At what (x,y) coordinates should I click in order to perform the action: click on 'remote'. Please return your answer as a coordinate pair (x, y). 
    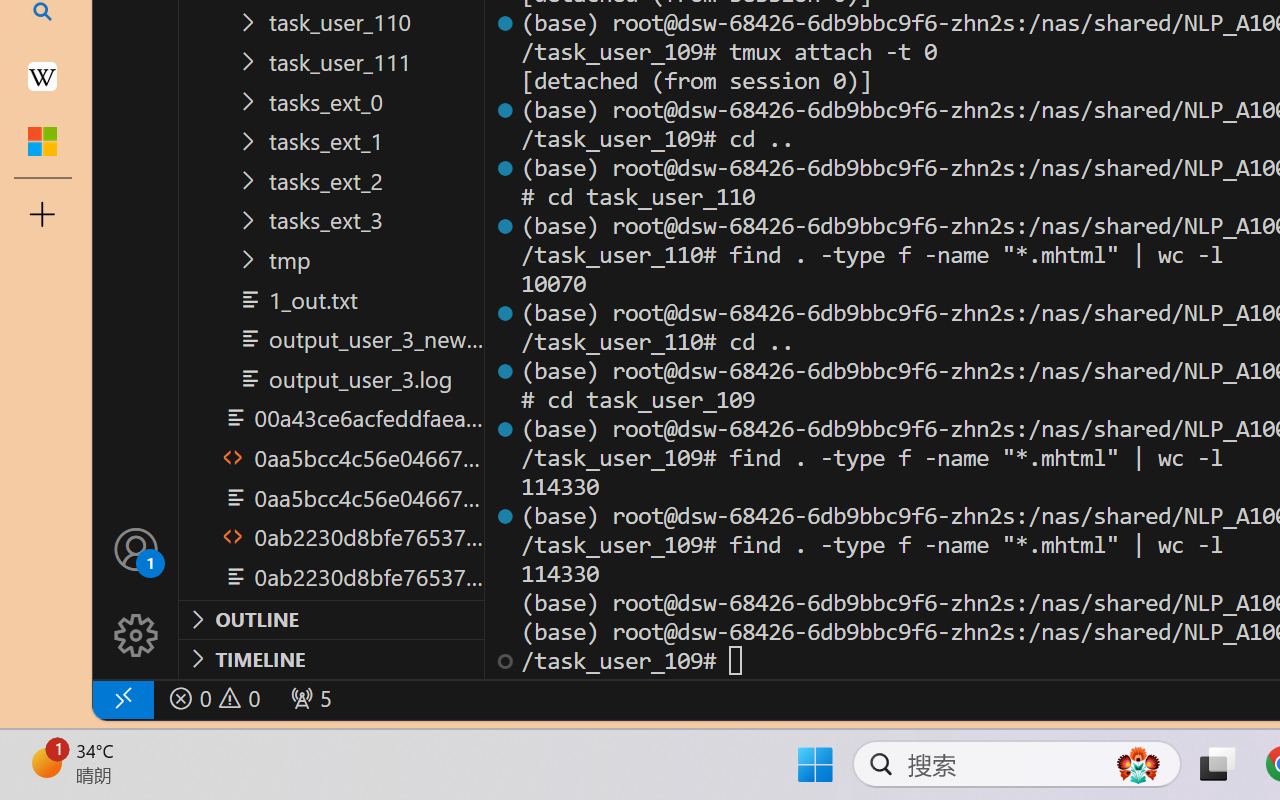
    Looking at the image, I should click on (121, 698).